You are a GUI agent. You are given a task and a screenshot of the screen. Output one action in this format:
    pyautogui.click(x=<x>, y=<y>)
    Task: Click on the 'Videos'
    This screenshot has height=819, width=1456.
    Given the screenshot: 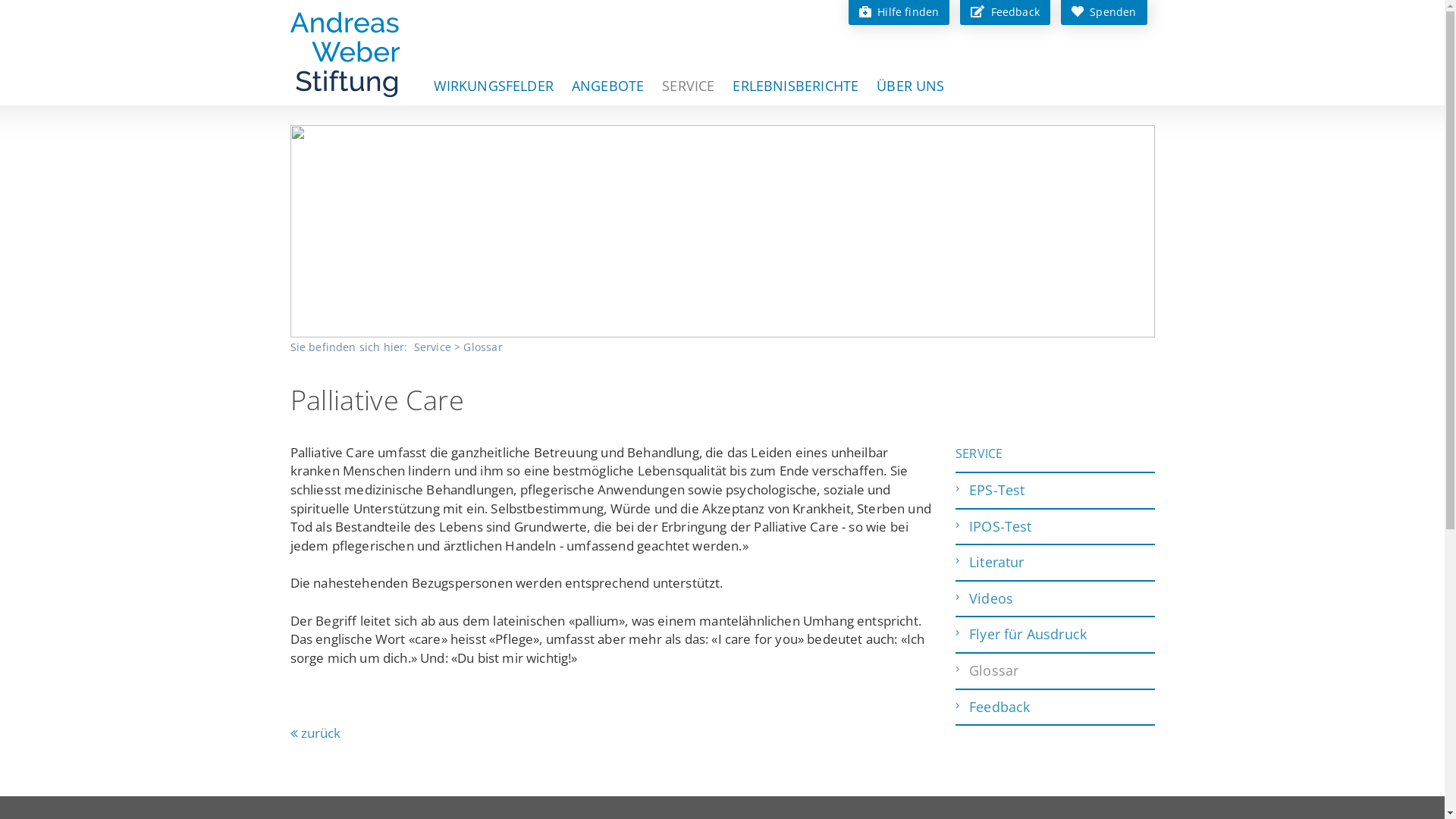 What is the action you would take?
    pyautogui.click(x=1054, y=598)
    